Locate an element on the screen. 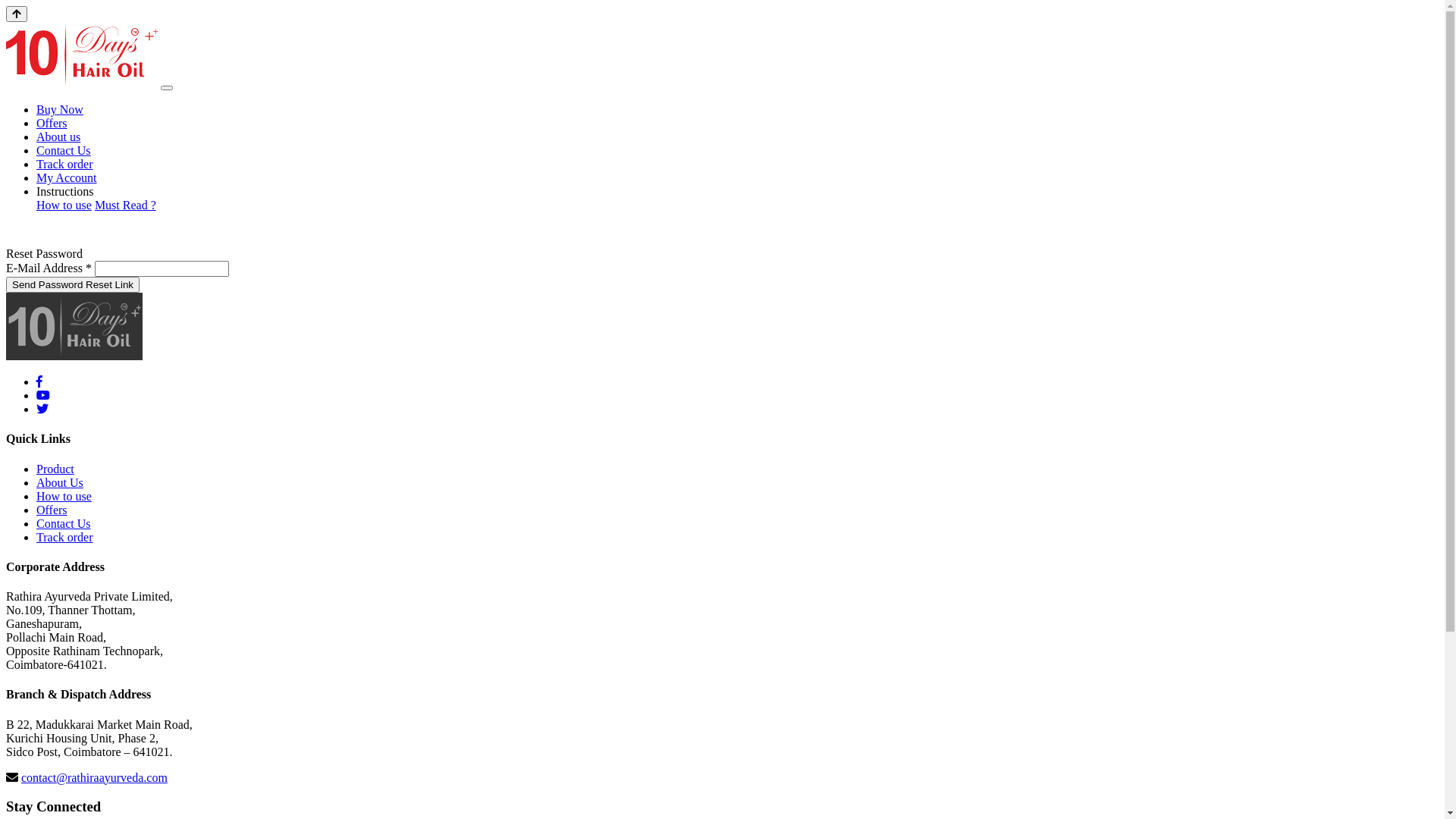 This screenshot has width=1456, height=819. 'My Account' is located at coordinates (65, 177).